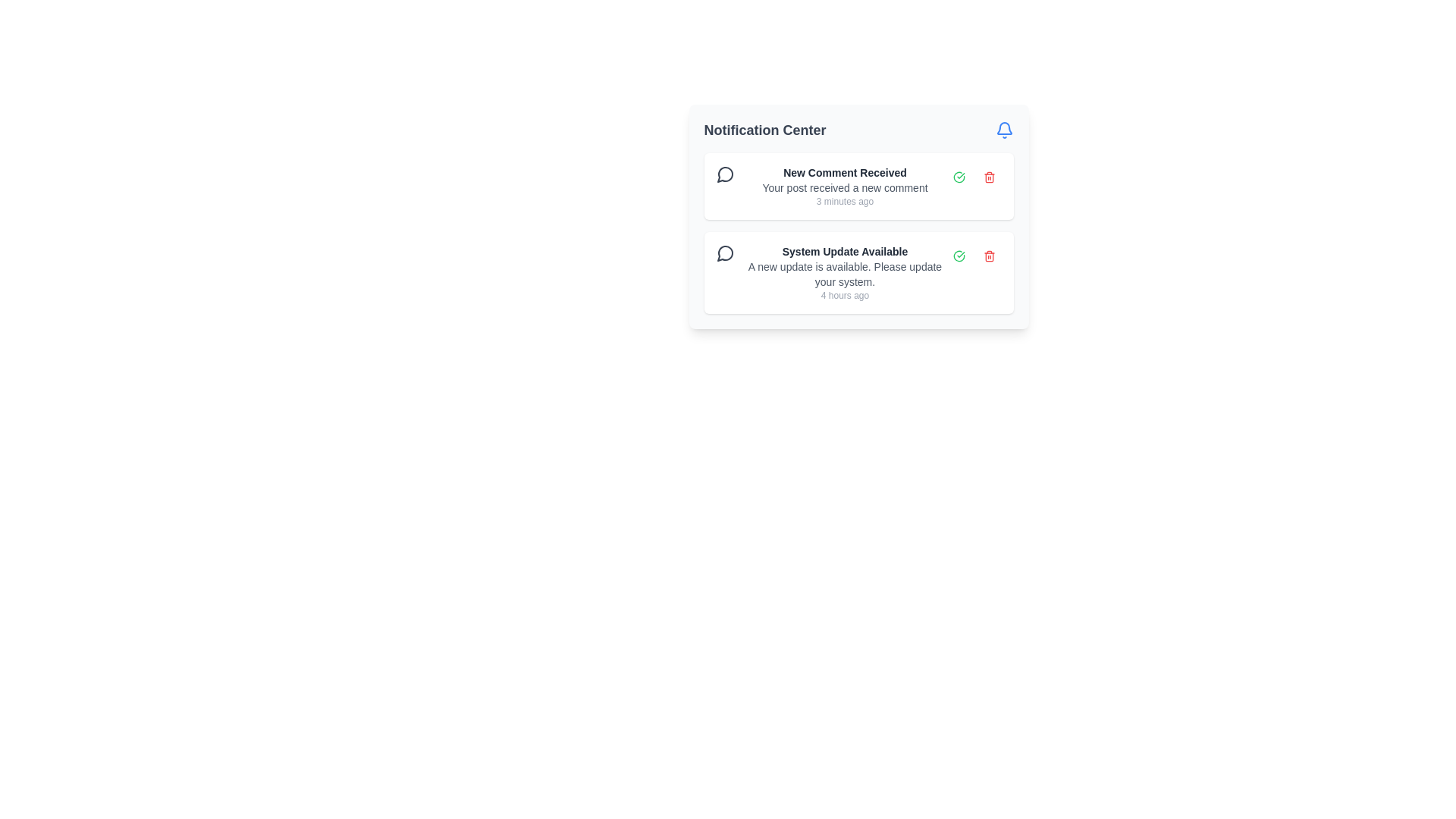  I want to click on the circular button with a green border and checkmark icon to trigger the visual background change, so click(958, 177).